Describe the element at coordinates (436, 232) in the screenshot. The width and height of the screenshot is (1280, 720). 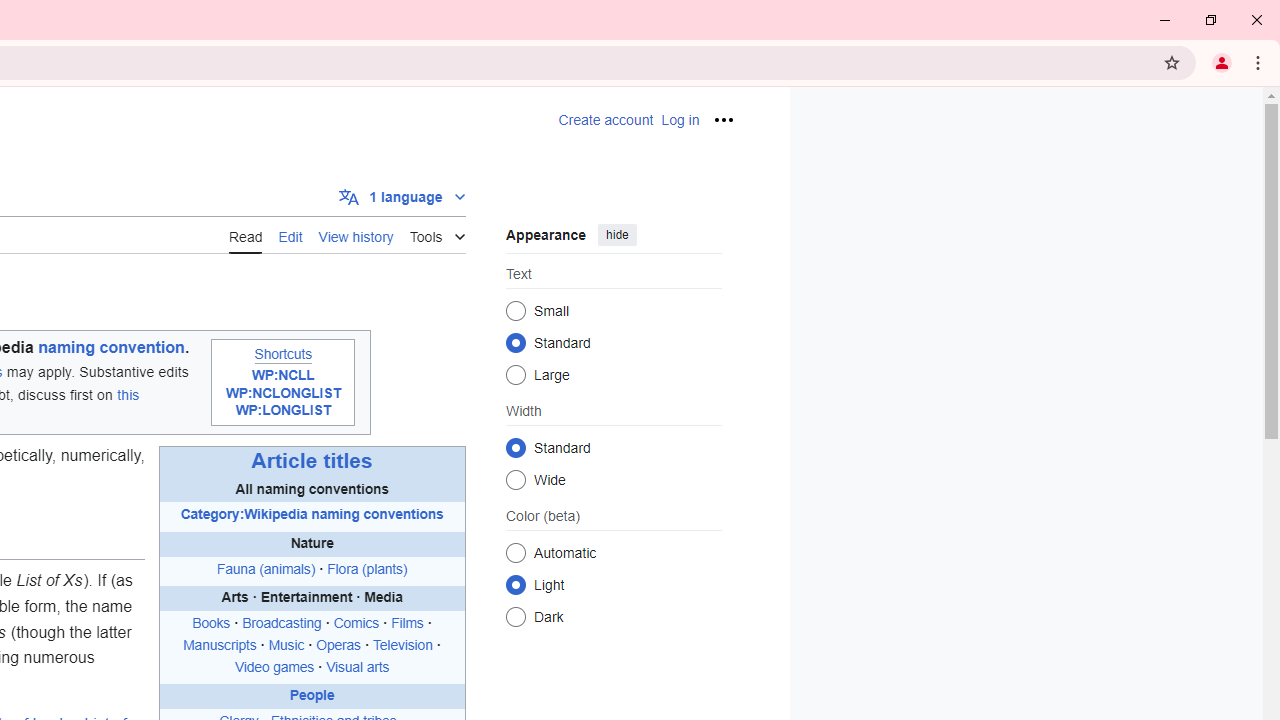
I see `'Tools'` at that location.